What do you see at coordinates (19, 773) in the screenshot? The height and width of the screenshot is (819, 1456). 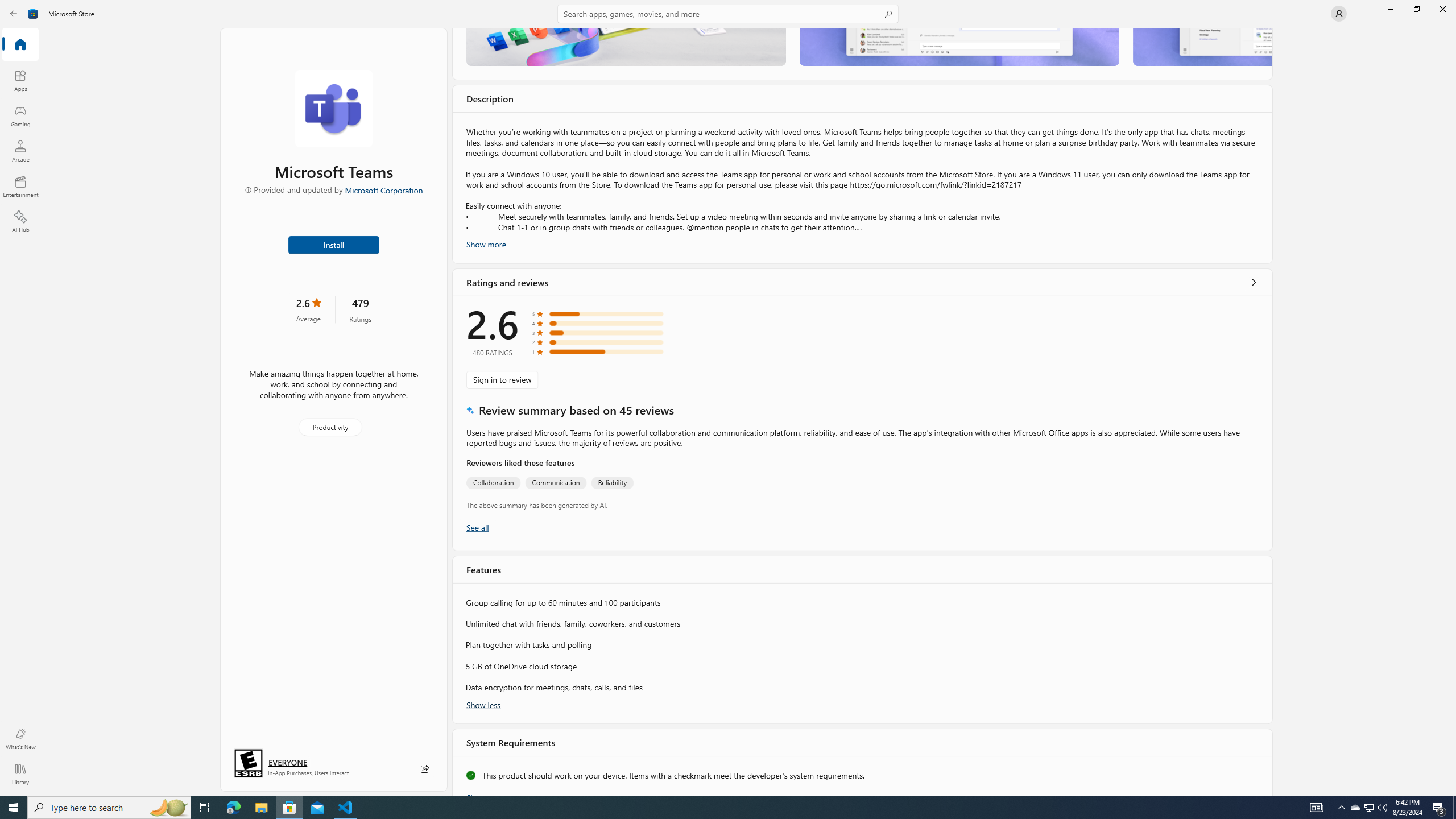 I see `'Library'` at bounding box center [19, 773].